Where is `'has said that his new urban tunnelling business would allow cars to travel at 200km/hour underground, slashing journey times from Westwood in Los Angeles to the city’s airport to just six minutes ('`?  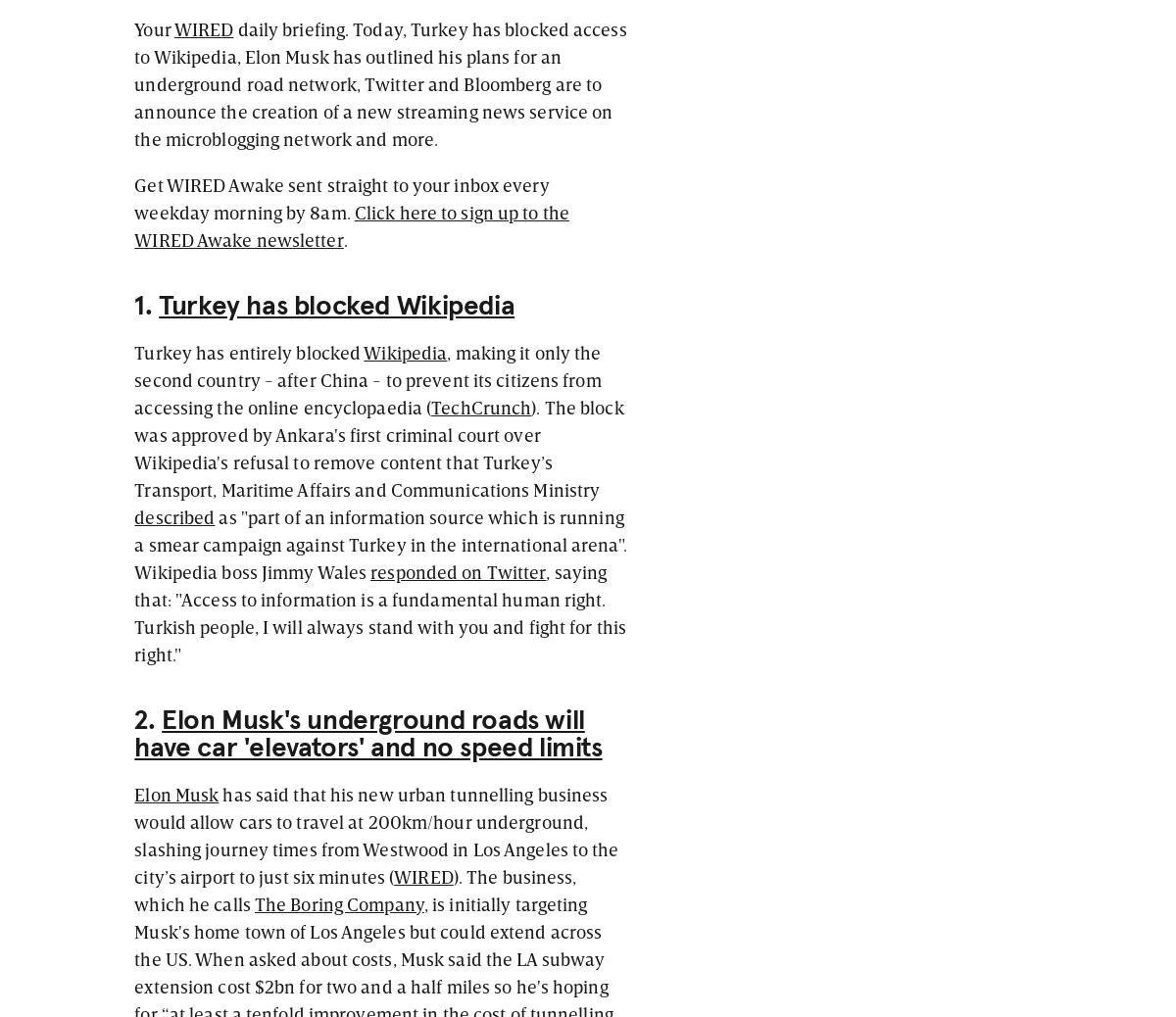 'has said that his new urban tunnelling business would allow cars to travel at 200km/hour underground, slashing journey times from Westwood in Los Angeles to the city’s airport to just six minutes (' is located at coordinates (134, 834).